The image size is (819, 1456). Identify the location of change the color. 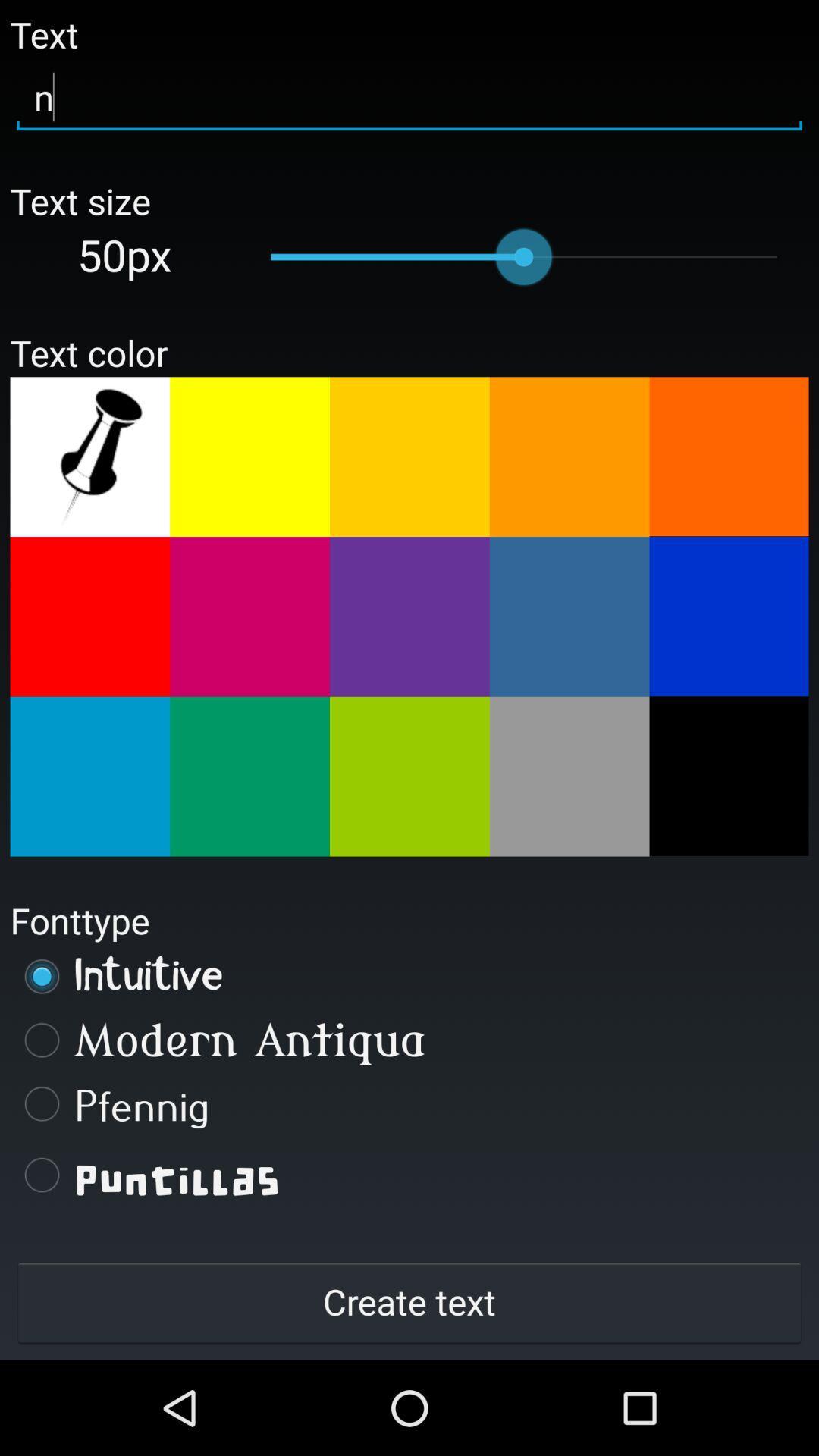
(409, 617).